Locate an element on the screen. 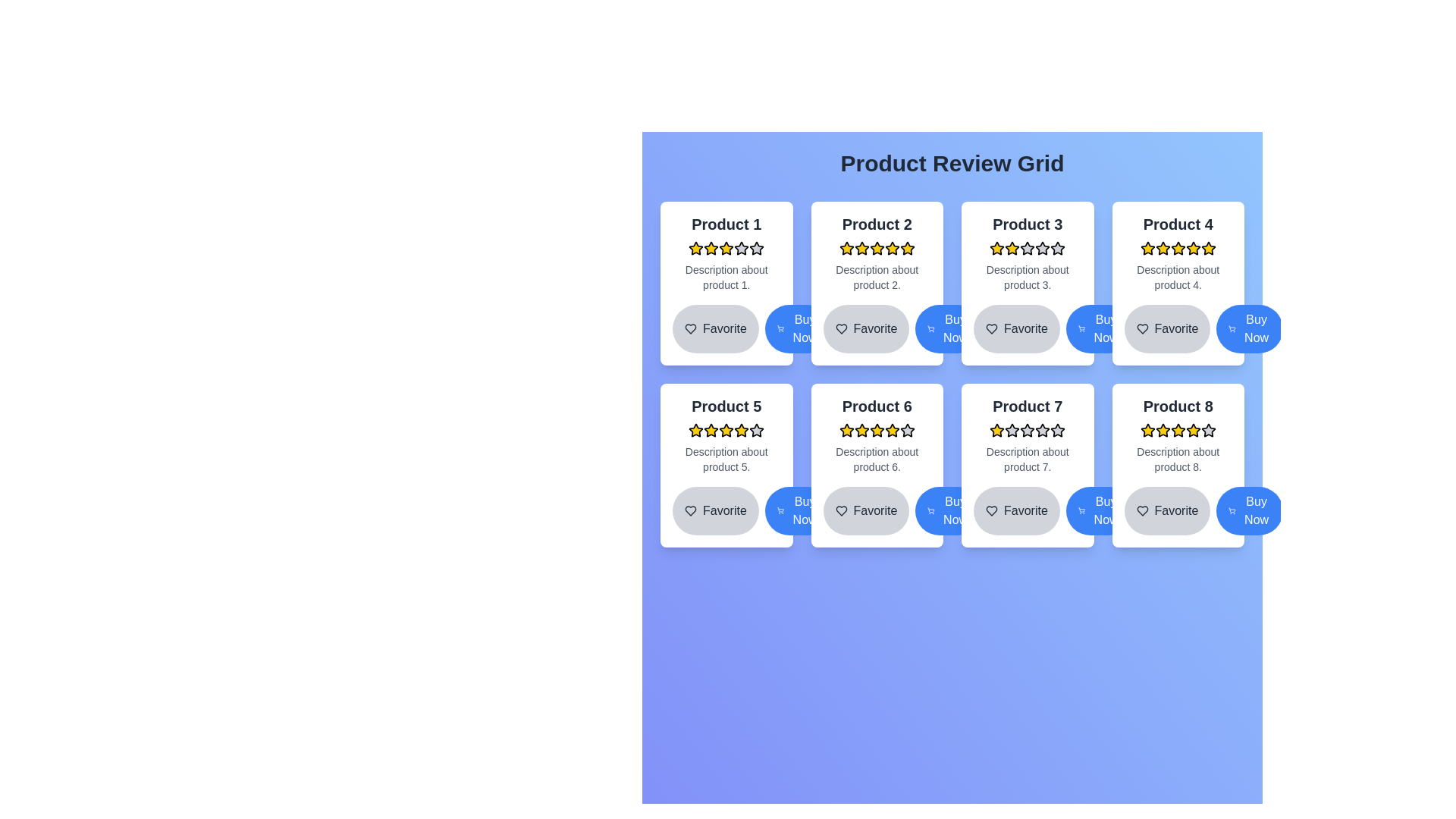 Image resolution: width=1456 pixels, height=819 pixels. the first star icon in the fourth row of the rating stars under the card labeled 'Product 8' to visually represent a single unit of a rating scale is located at coordinates (1147, 430).